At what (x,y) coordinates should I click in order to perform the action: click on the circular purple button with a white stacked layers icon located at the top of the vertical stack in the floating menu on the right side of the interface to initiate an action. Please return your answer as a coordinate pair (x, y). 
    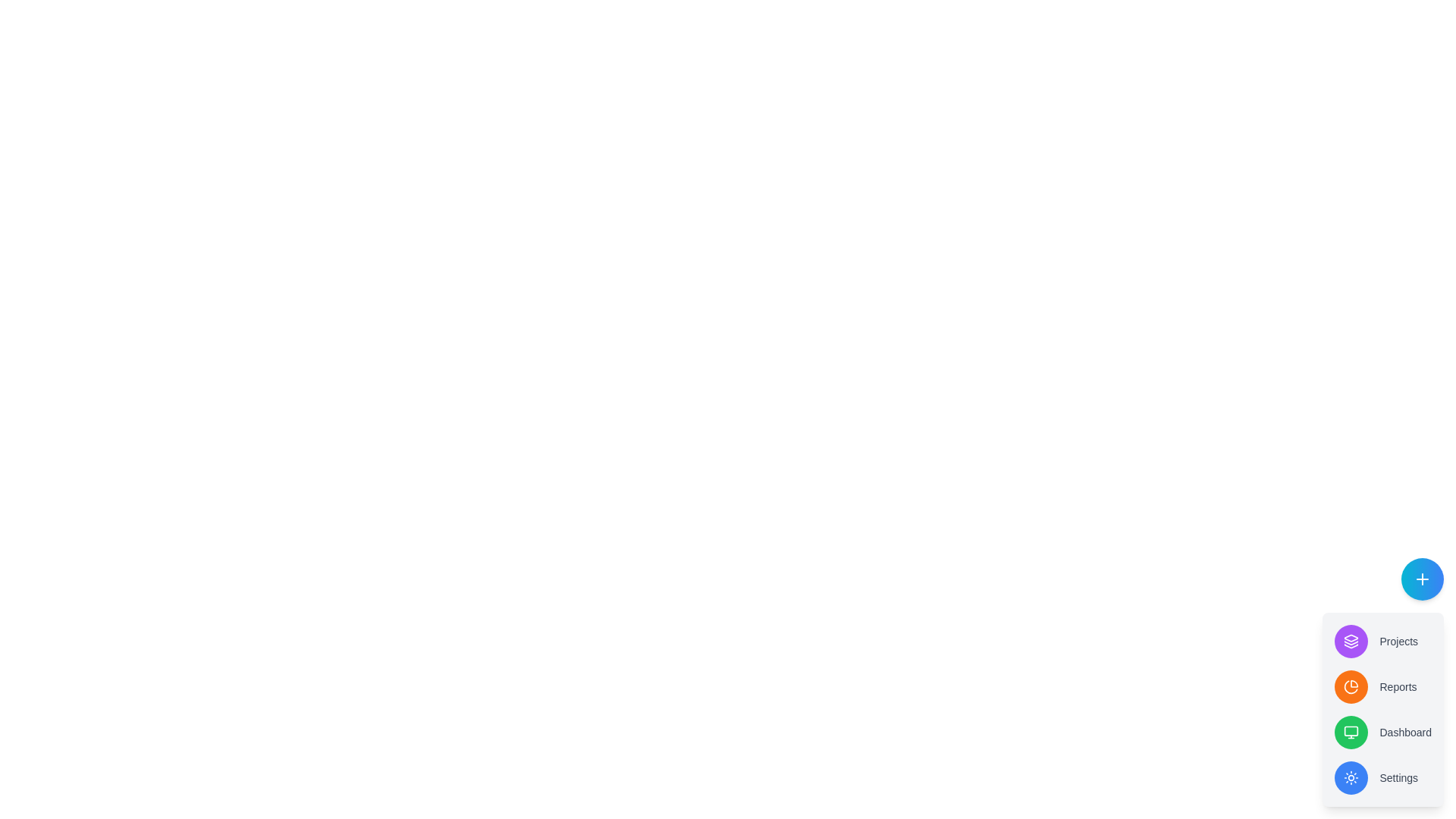
    Looking at the image, I should click on (1351, 641).